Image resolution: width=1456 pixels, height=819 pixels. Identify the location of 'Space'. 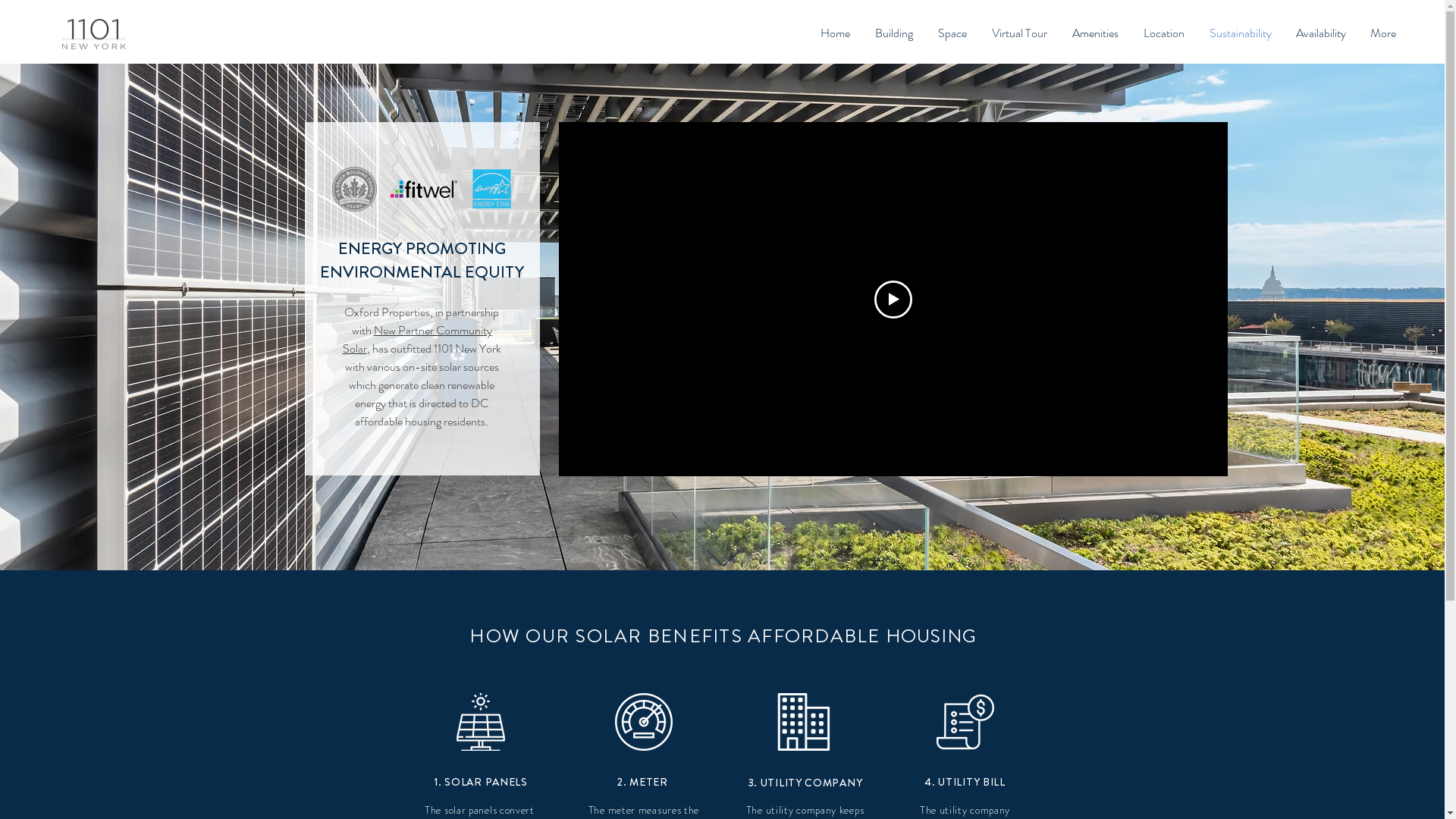
(951, 33).